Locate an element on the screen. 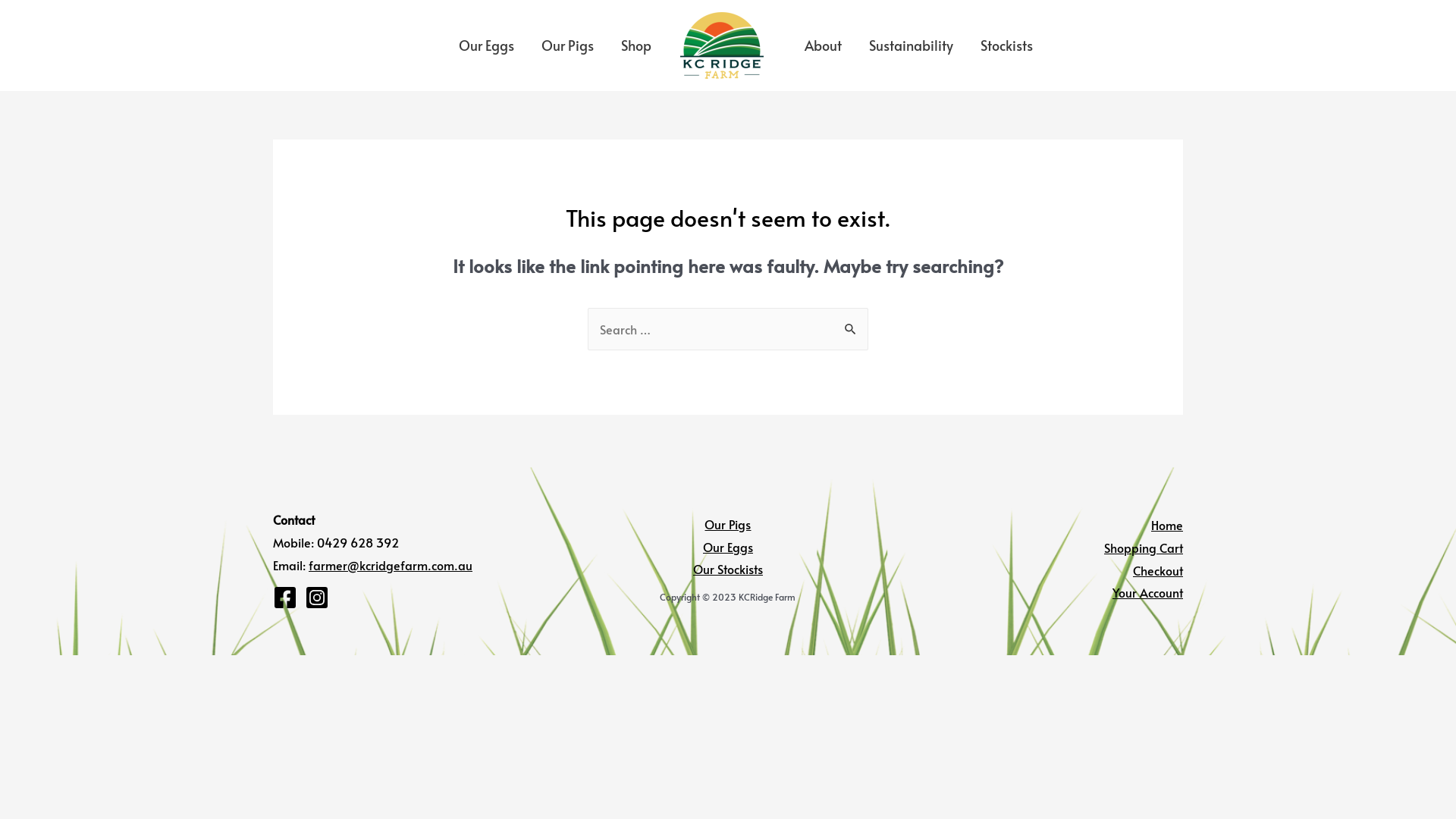 The width and height of the screenshot is (1456, 819). 'Shop' is located at coordinates (607, 45).